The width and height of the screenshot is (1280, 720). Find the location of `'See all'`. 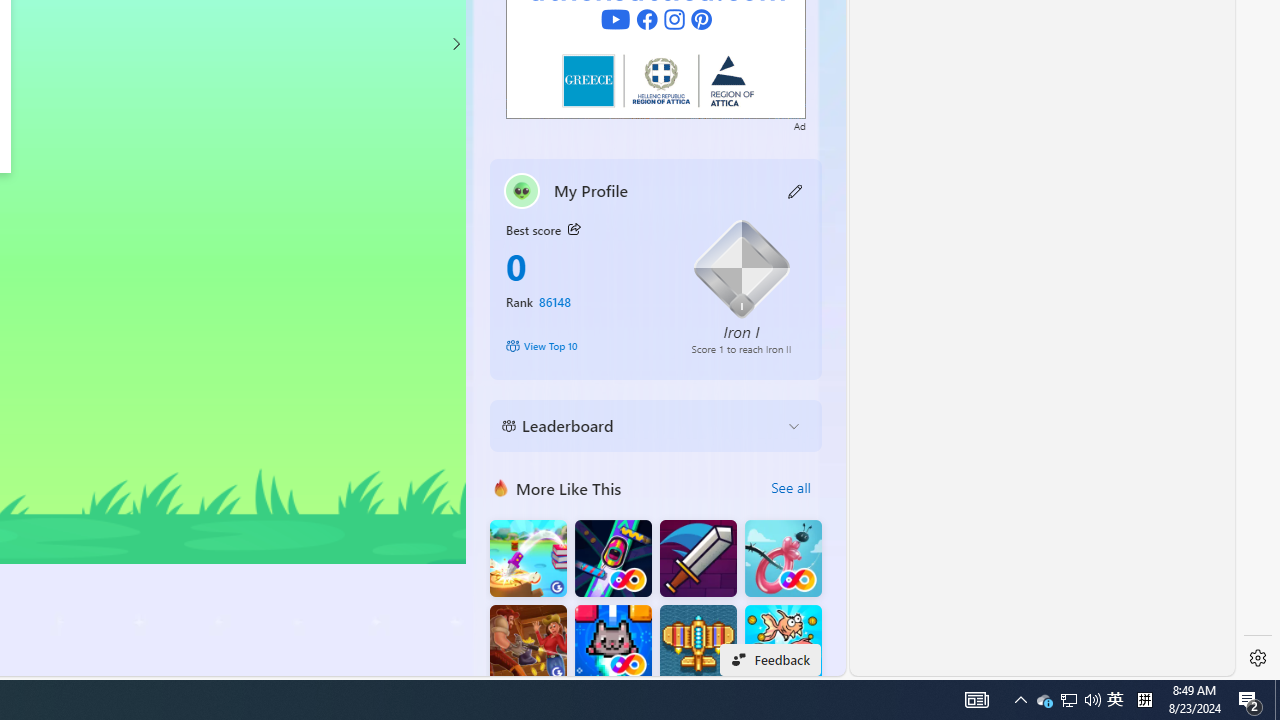

'See all' is located at coordinates (790, 488).